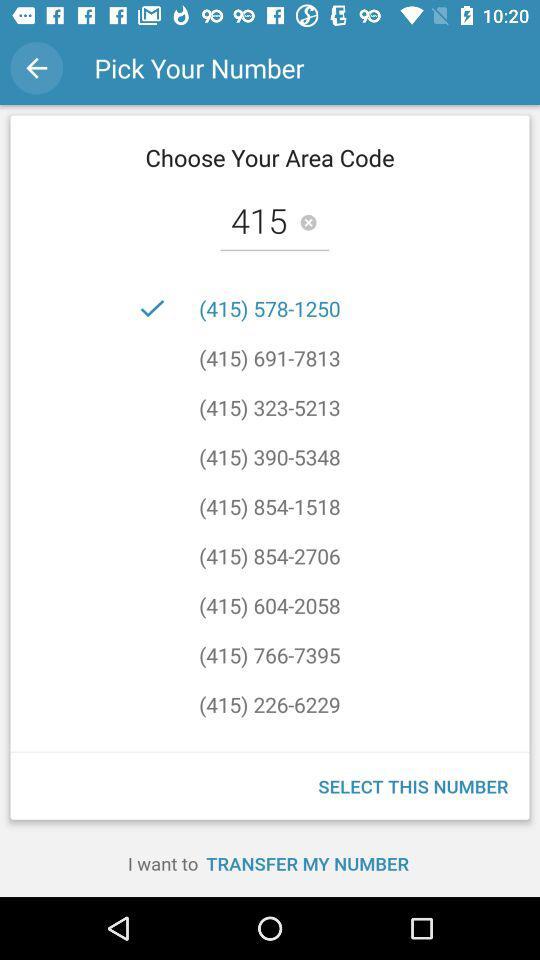 This screenshot has width=540, height=960. I want to click on icon next to the i want to icon, so click(307, 862).